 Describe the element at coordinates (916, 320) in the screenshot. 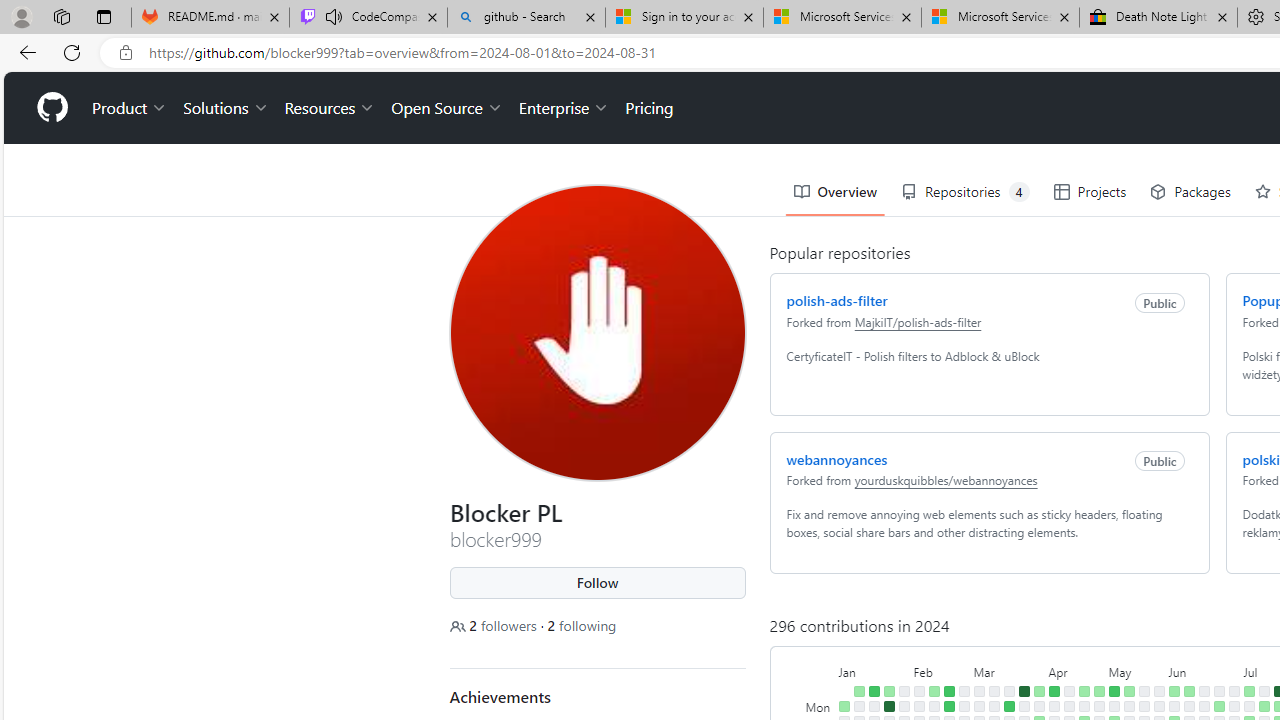

I see `'MajkiIT/polish-ads-filter'` at that location.